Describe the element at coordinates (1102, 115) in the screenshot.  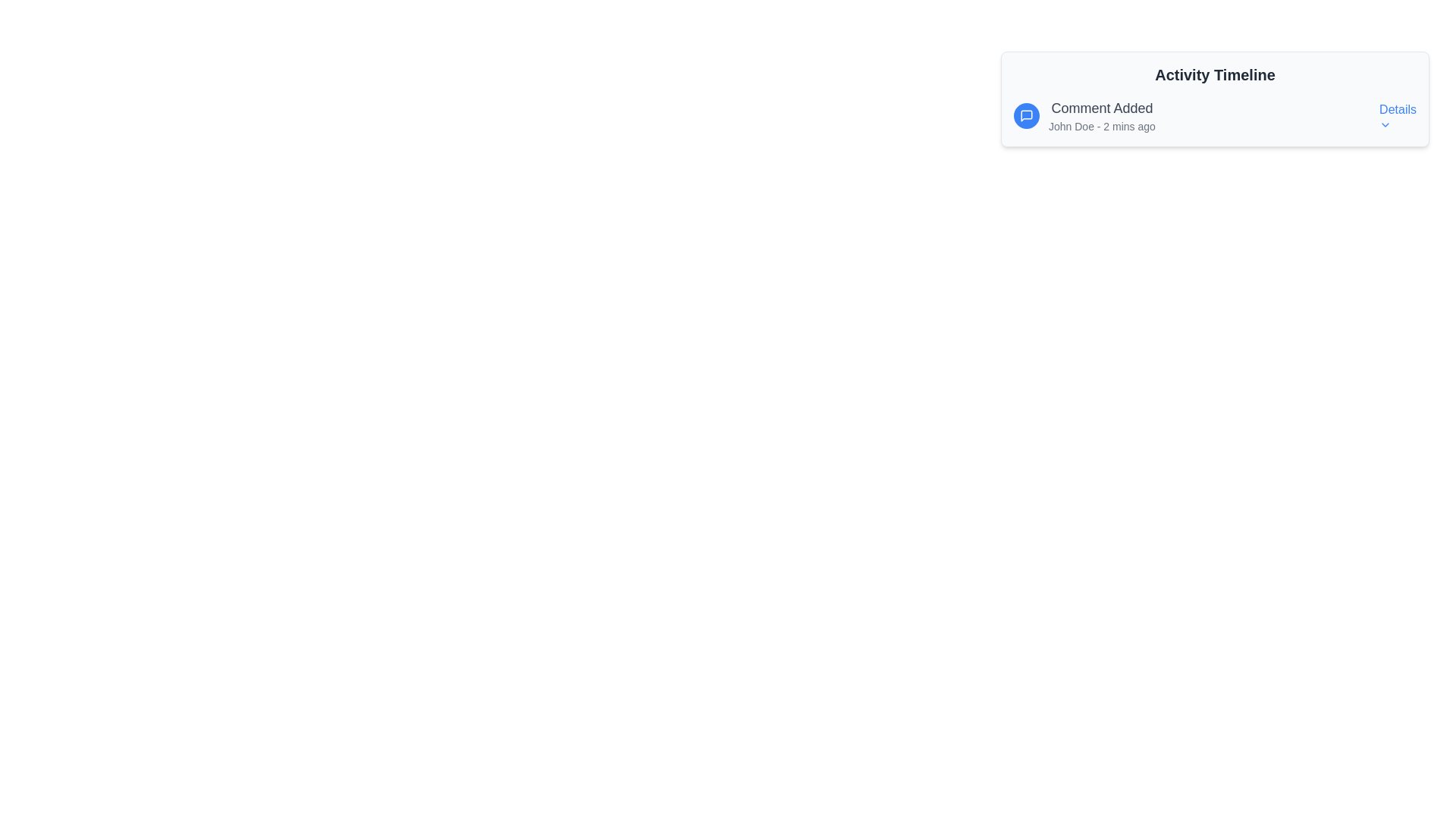
I see `details of the comment displayed in the text block that shows 'Comment Added' and 'John Doe - 2 mins ago', located in the 'Activity Timeline' section` at that location.